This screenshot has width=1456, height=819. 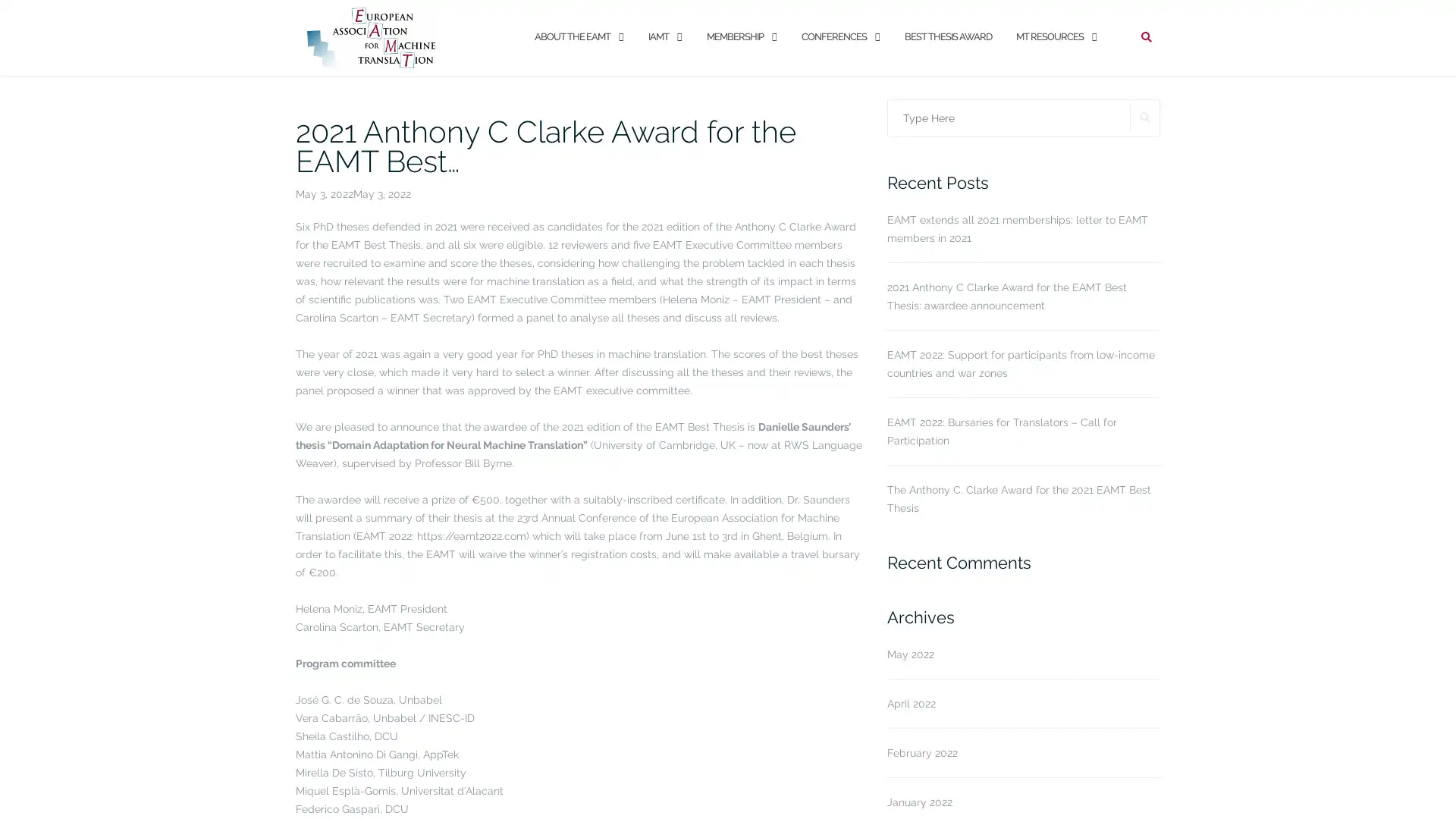 I want to click on SEARCH, so click(x=1145, y=116).